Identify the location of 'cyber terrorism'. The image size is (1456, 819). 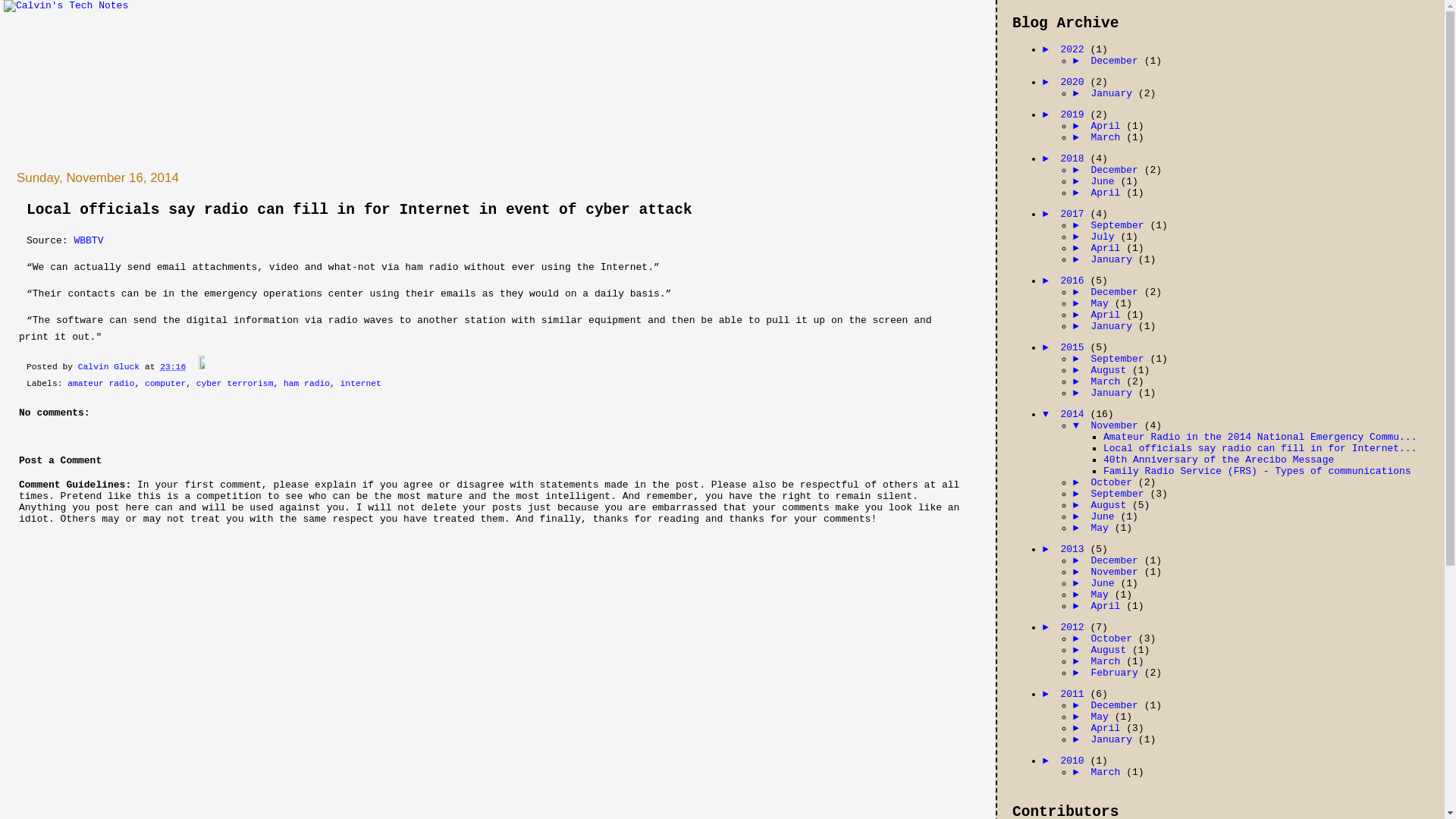
(196, 382).